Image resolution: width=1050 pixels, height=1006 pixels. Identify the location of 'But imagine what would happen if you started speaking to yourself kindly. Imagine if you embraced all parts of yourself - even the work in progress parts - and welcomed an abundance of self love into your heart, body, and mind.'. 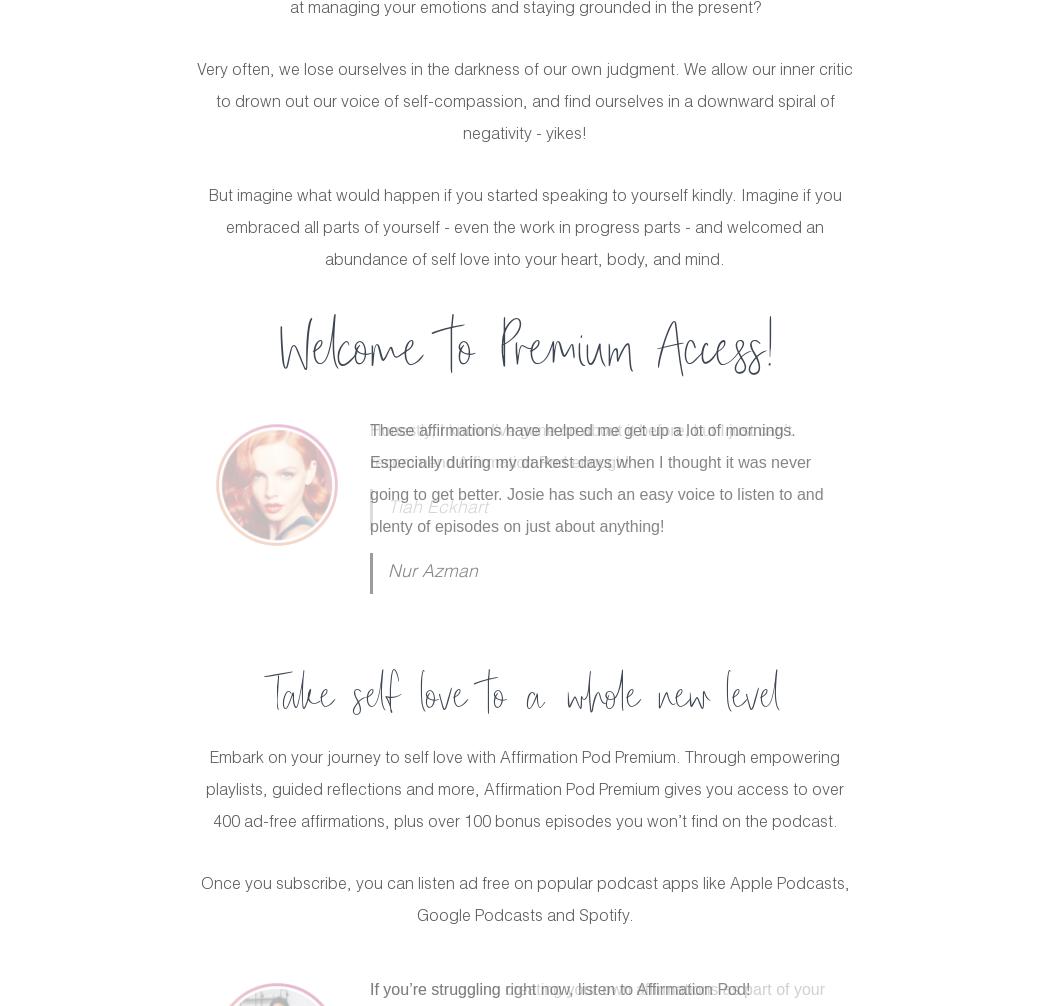
(523, 229).